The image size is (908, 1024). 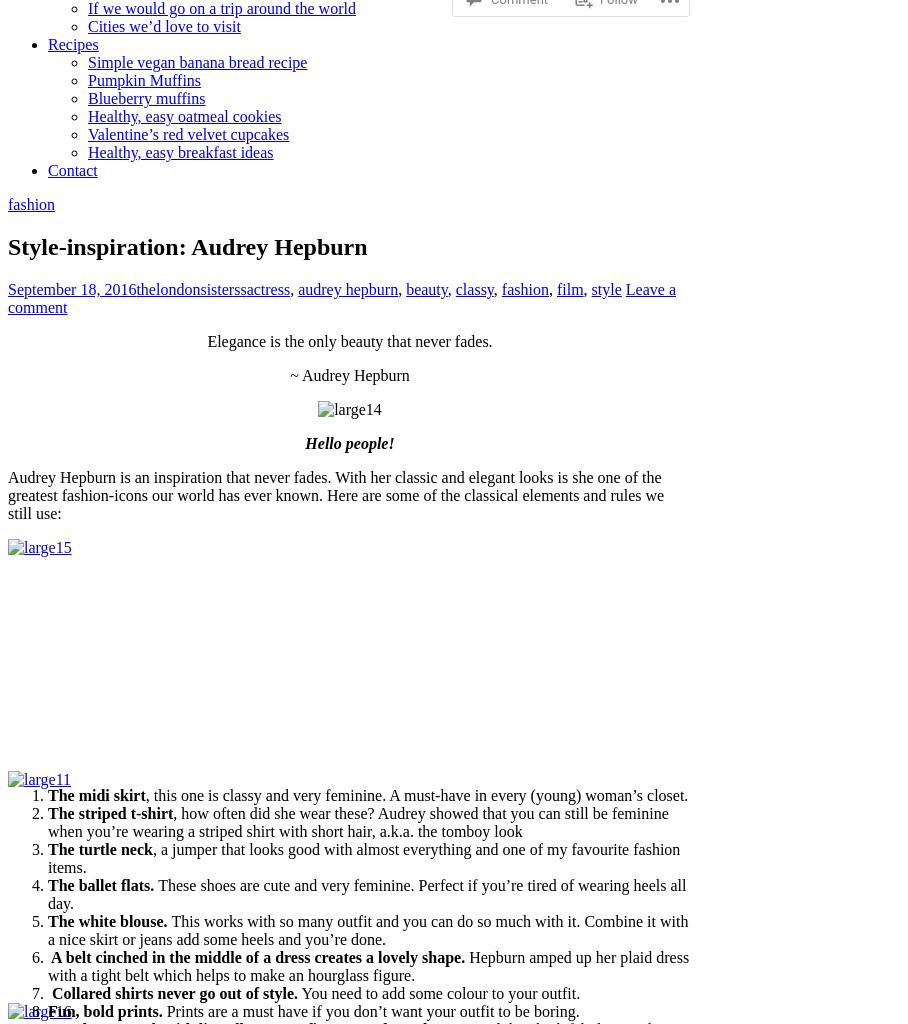 What do you see at coordinates (48, 893) in the screenshot?
I see `'These shoes are cute and very feminine. Perfect if you’re tired of wearing heels all day.'` at bounding box center [48, 893].